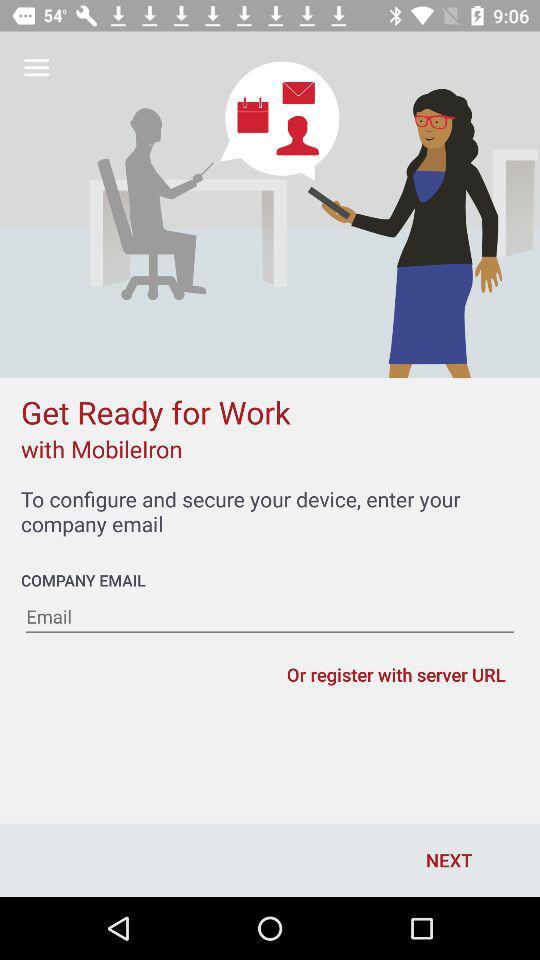 This screenshot has height=960, width=540. What do you see at coordinates (270, 616) in the screenshot?
I see `your email` at bounding box center [270, 616].